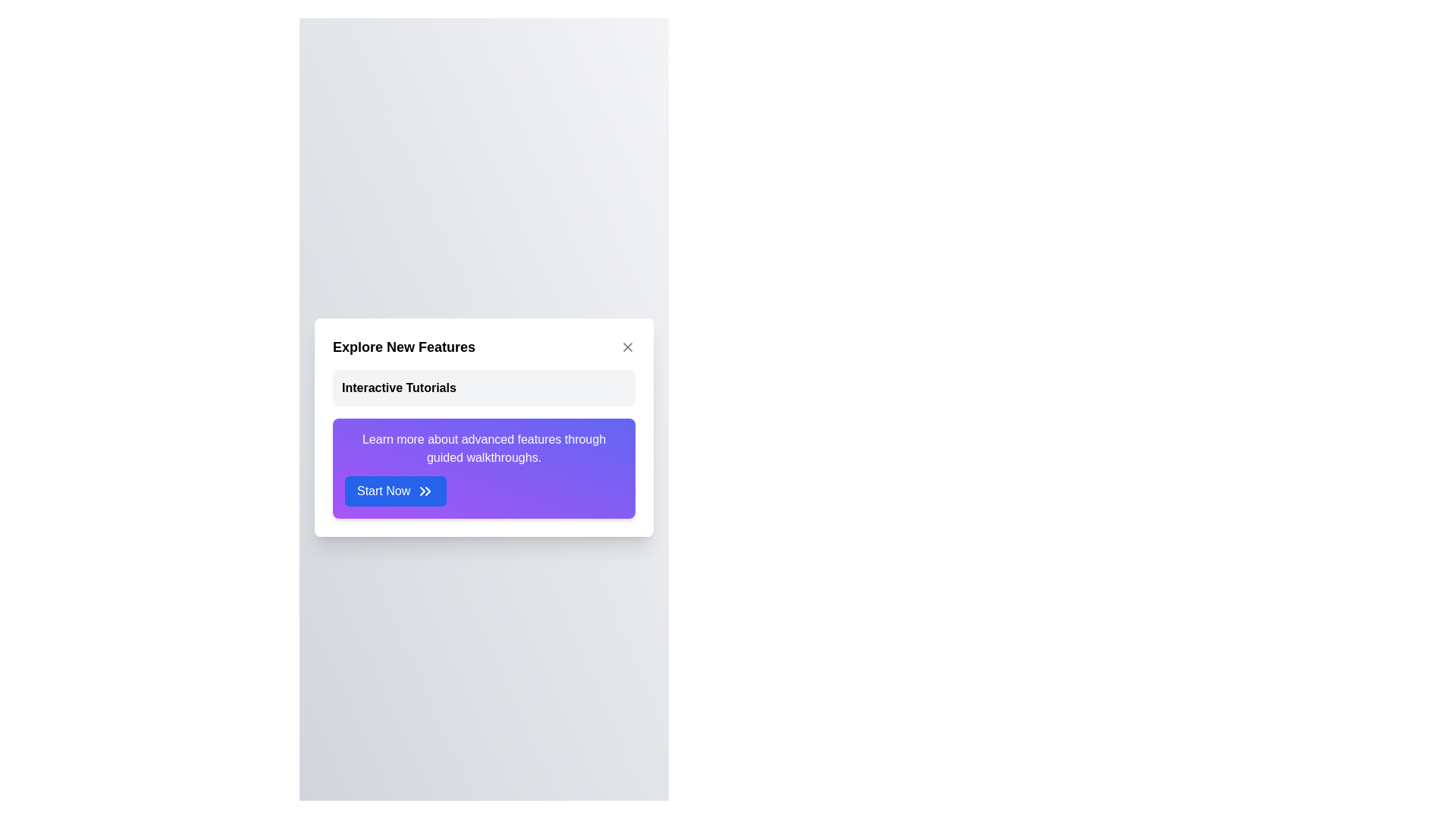 The height and width of the screenshot is (819, 1456). What do you see at coordinates (399, 388) in the screenshot?
I see `the static text label component that serves as a heading for the 'Explore New Features' section` at bounding box center [399, 388].